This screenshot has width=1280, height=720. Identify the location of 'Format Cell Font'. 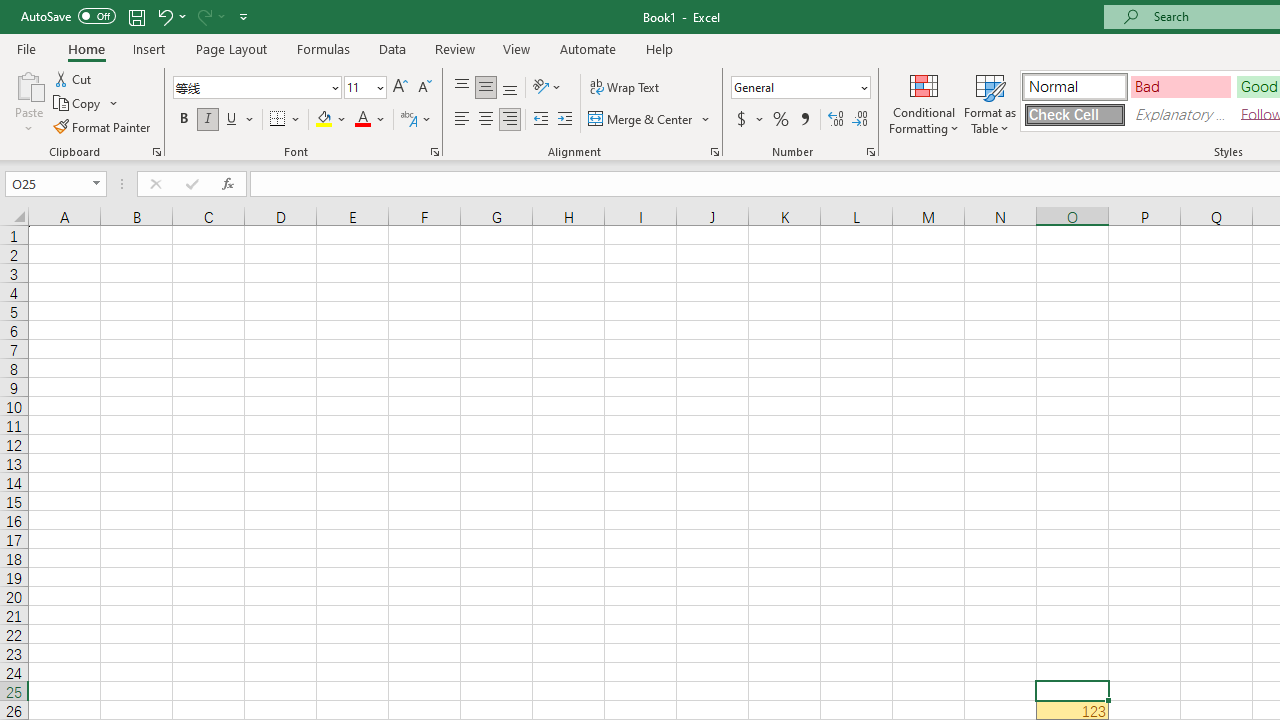
(434, 150).